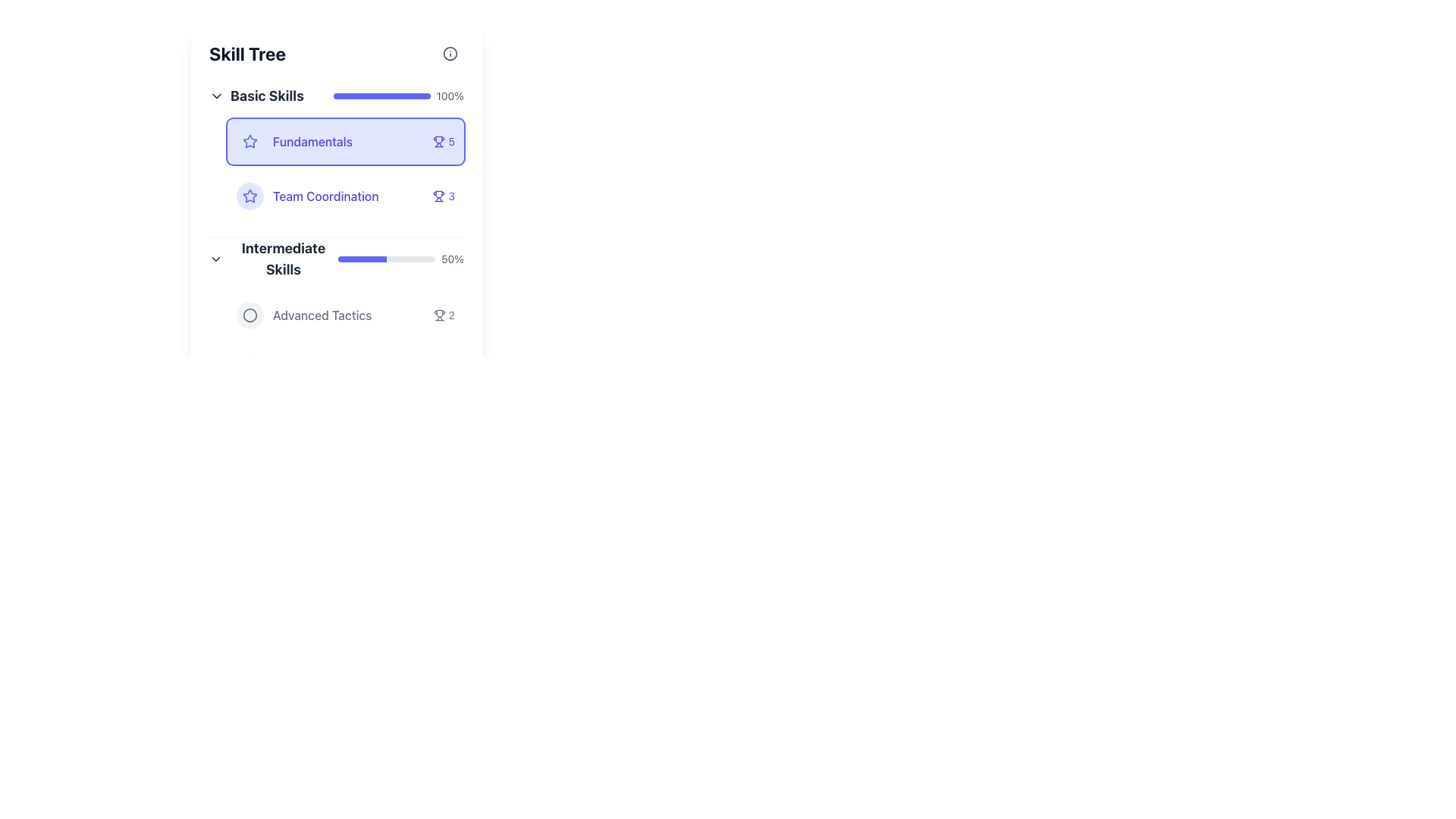 This screenshot has height=819, width=1456. Describe the element at coordinates (450, 195) in the screenshot. I see `the small, light-colored number '3' displayed in a small font size, which is positioned adjacent to the trophy icon in the 'Basic Skills' section under the 'Team Coordination' label` at that location.